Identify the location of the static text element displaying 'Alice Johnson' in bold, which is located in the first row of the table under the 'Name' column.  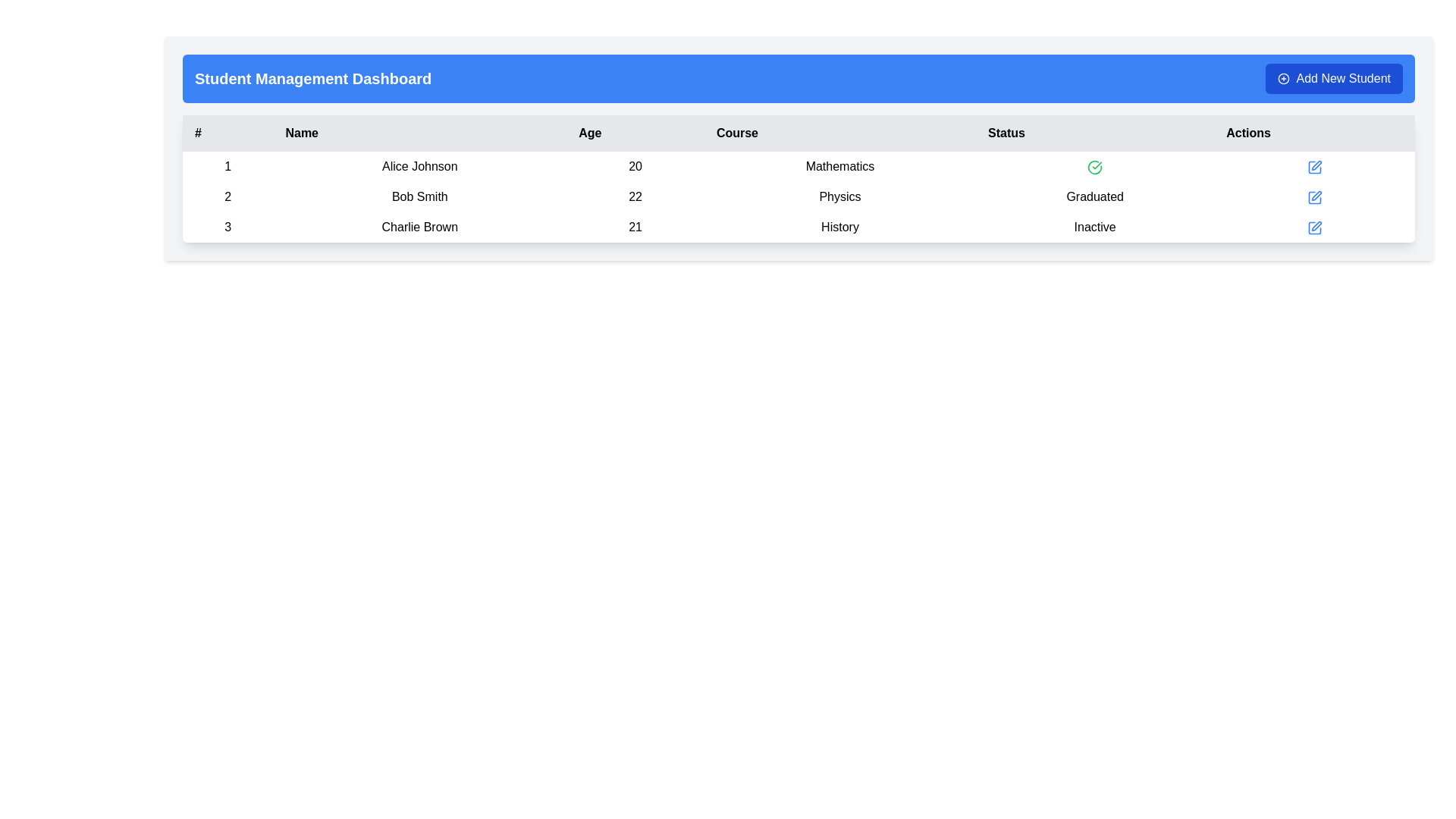
(419, 166).